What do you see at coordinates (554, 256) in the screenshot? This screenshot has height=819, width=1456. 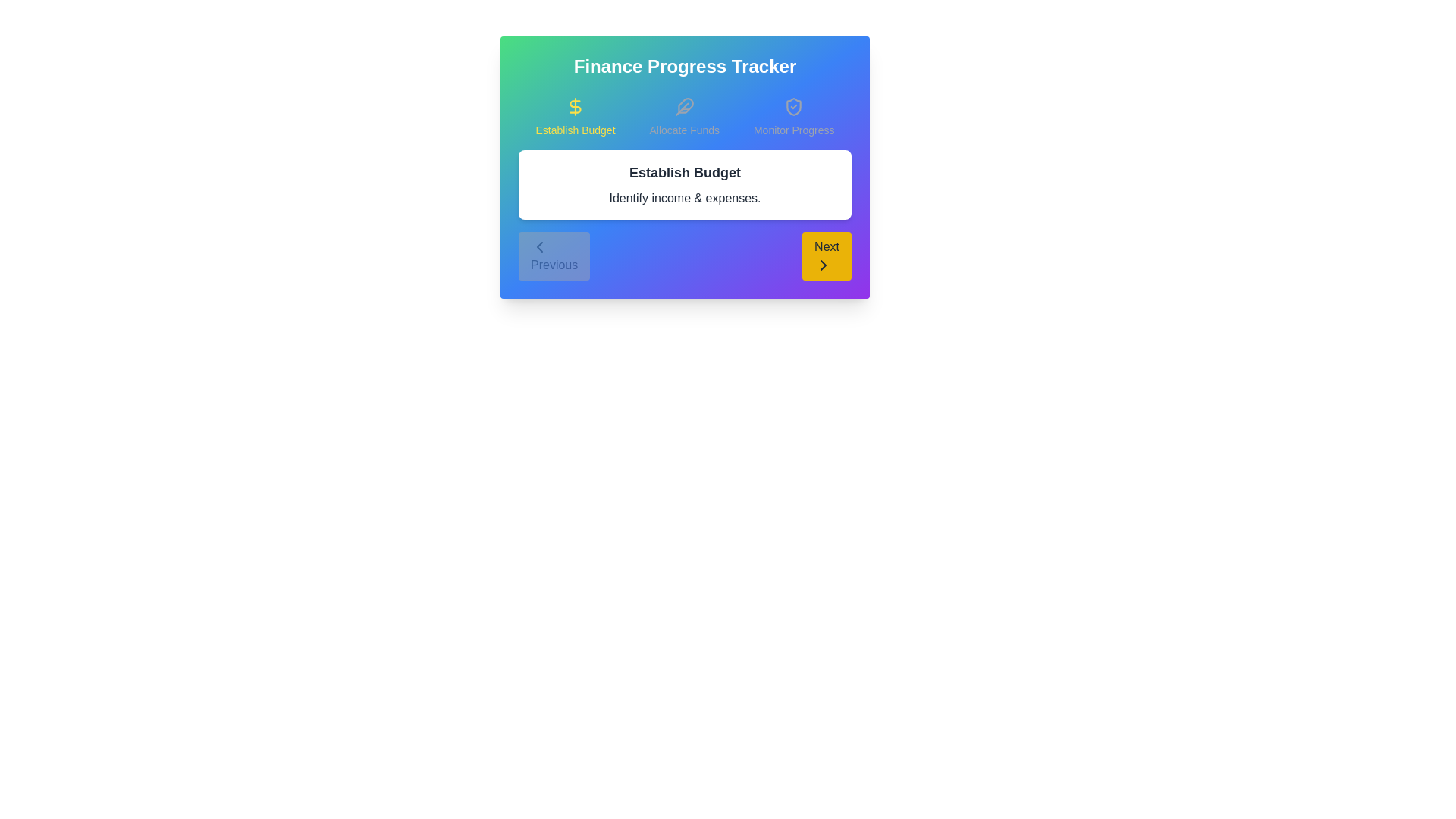 I see `the button labeled 'Previous' to observe its hover effect` at bounding box center [554, 256].